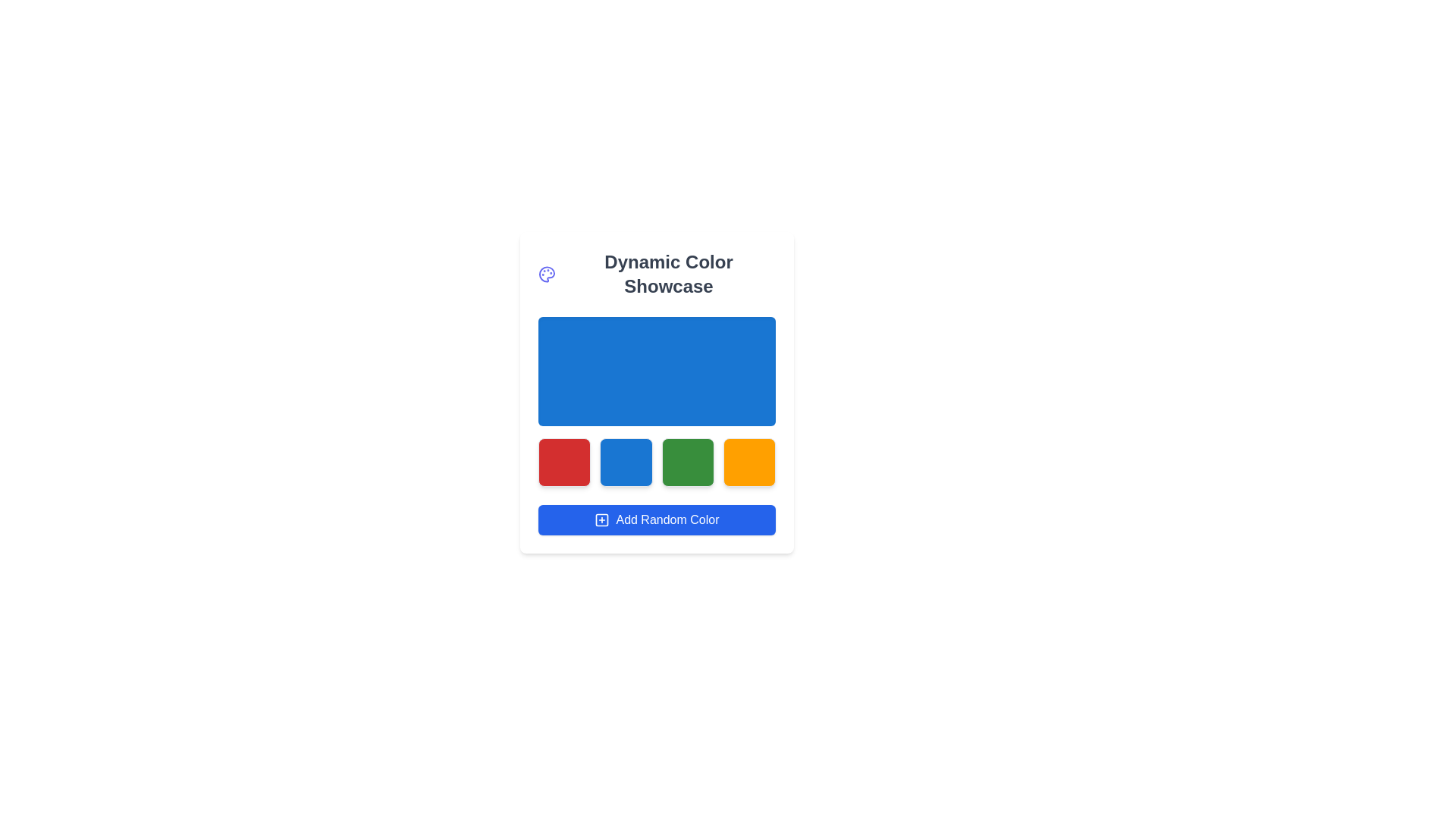 The width and height of the screenshot is (1456, 819). Describe the element at coordinates (601, 519) in the screenshot. I see `the 'add' icon within the blue button labeled 'Add Random Color' located at the bottom of the section` at that location.